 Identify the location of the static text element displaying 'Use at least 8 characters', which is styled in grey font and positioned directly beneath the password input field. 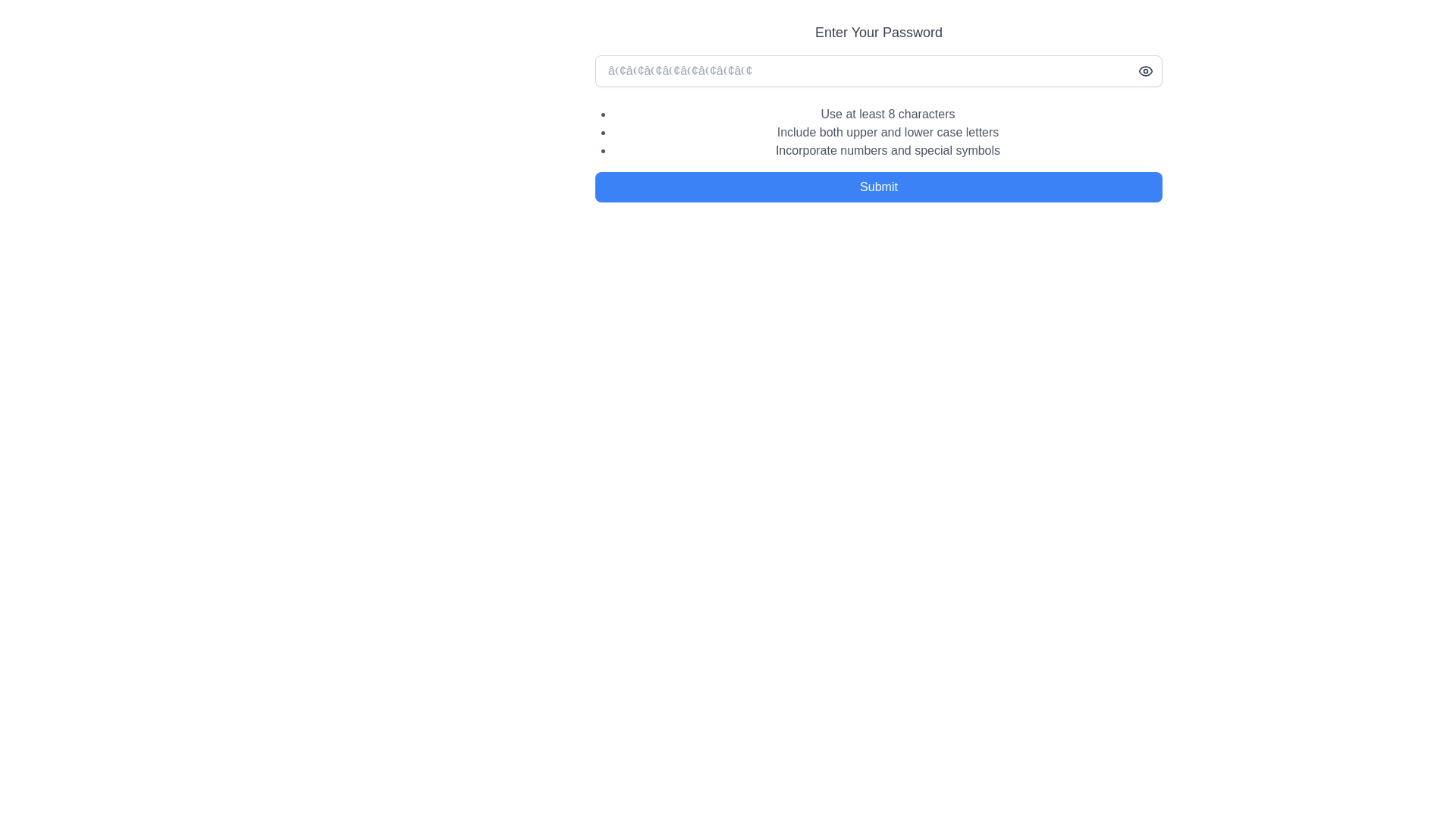
(888, 113).